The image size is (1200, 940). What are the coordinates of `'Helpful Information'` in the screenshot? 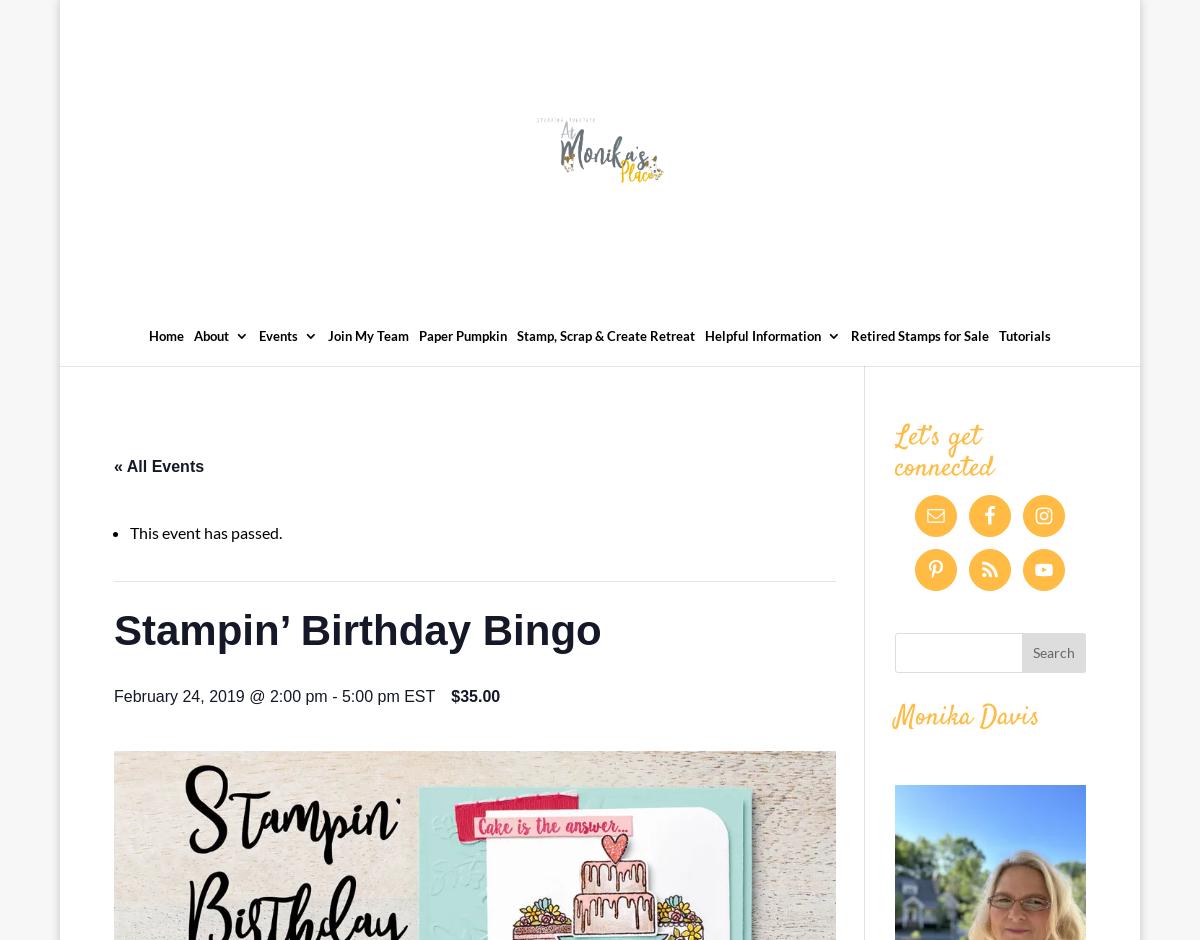 It's located at (761, 335).